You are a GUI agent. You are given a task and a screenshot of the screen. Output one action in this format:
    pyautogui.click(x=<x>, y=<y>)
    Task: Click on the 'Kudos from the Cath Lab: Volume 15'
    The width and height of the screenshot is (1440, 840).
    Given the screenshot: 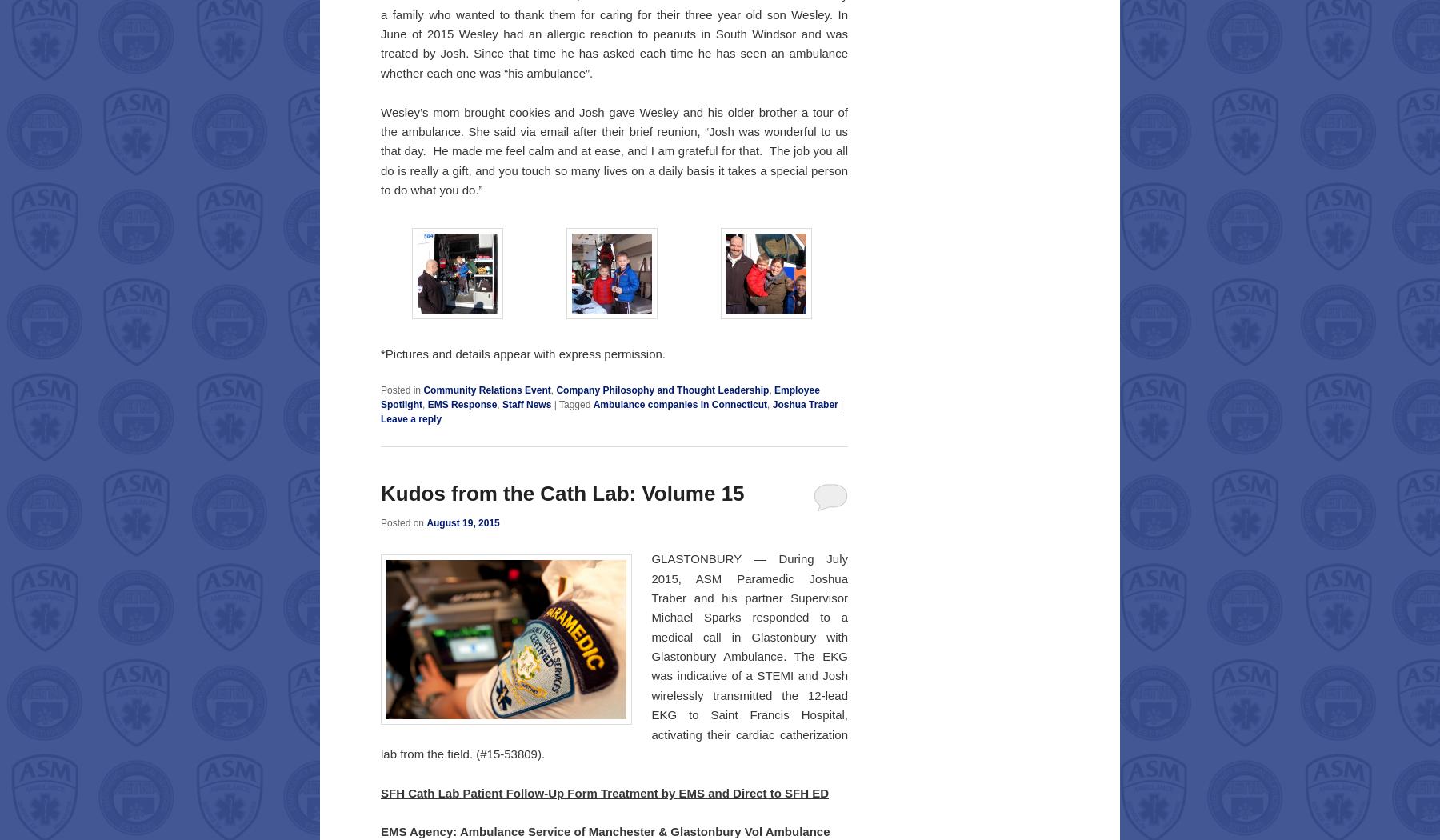 What is the action you would take?
    pyautogui.click(x=562, y=493)
    